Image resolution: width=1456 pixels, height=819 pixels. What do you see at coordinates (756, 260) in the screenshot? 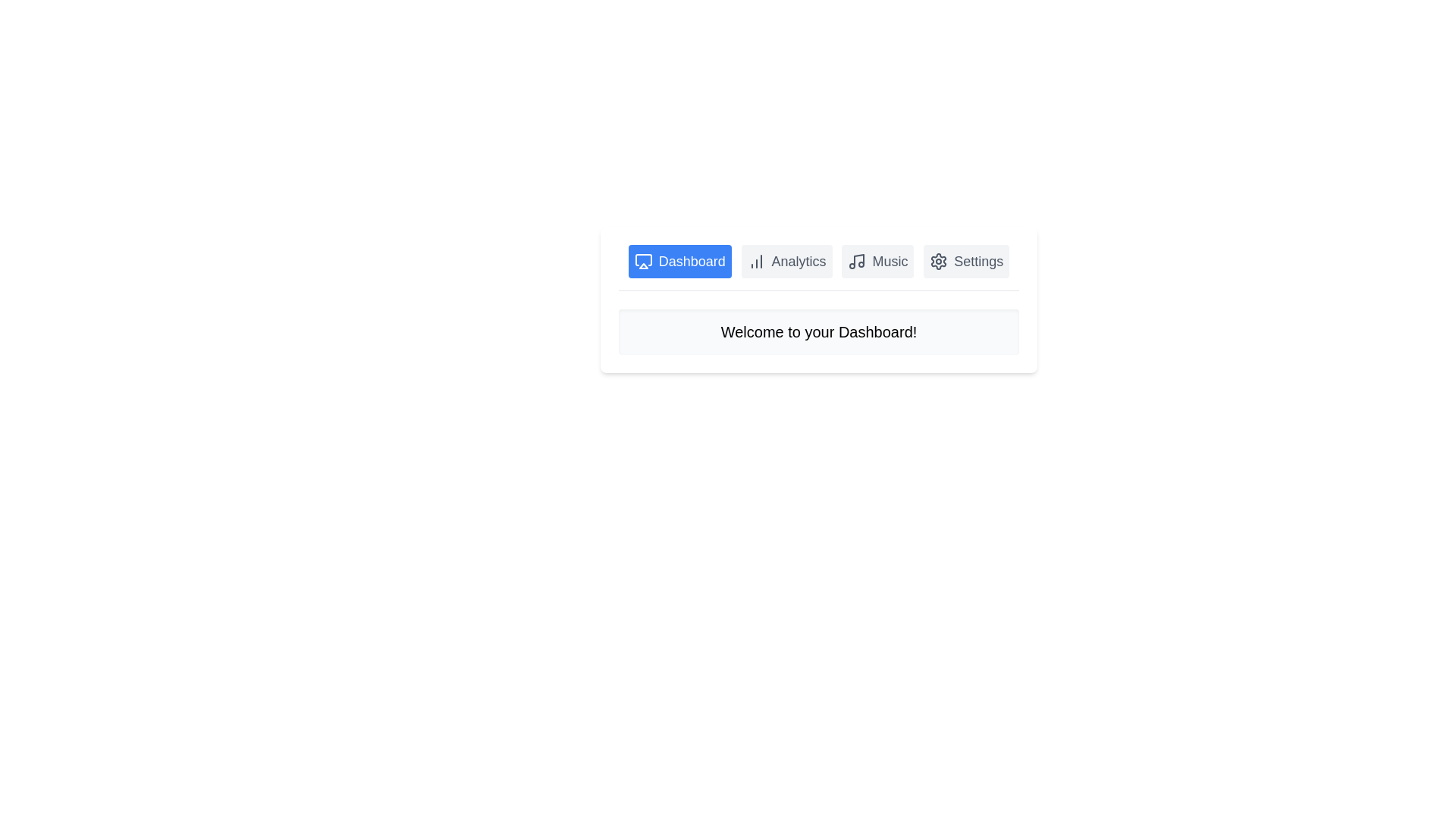
I see `the bar chart icon representing the 'Analytics' navigation option, which is located immediately left of the 'Analytics' text label in the upper center portion of the interface` at bounding box center [756, 260].